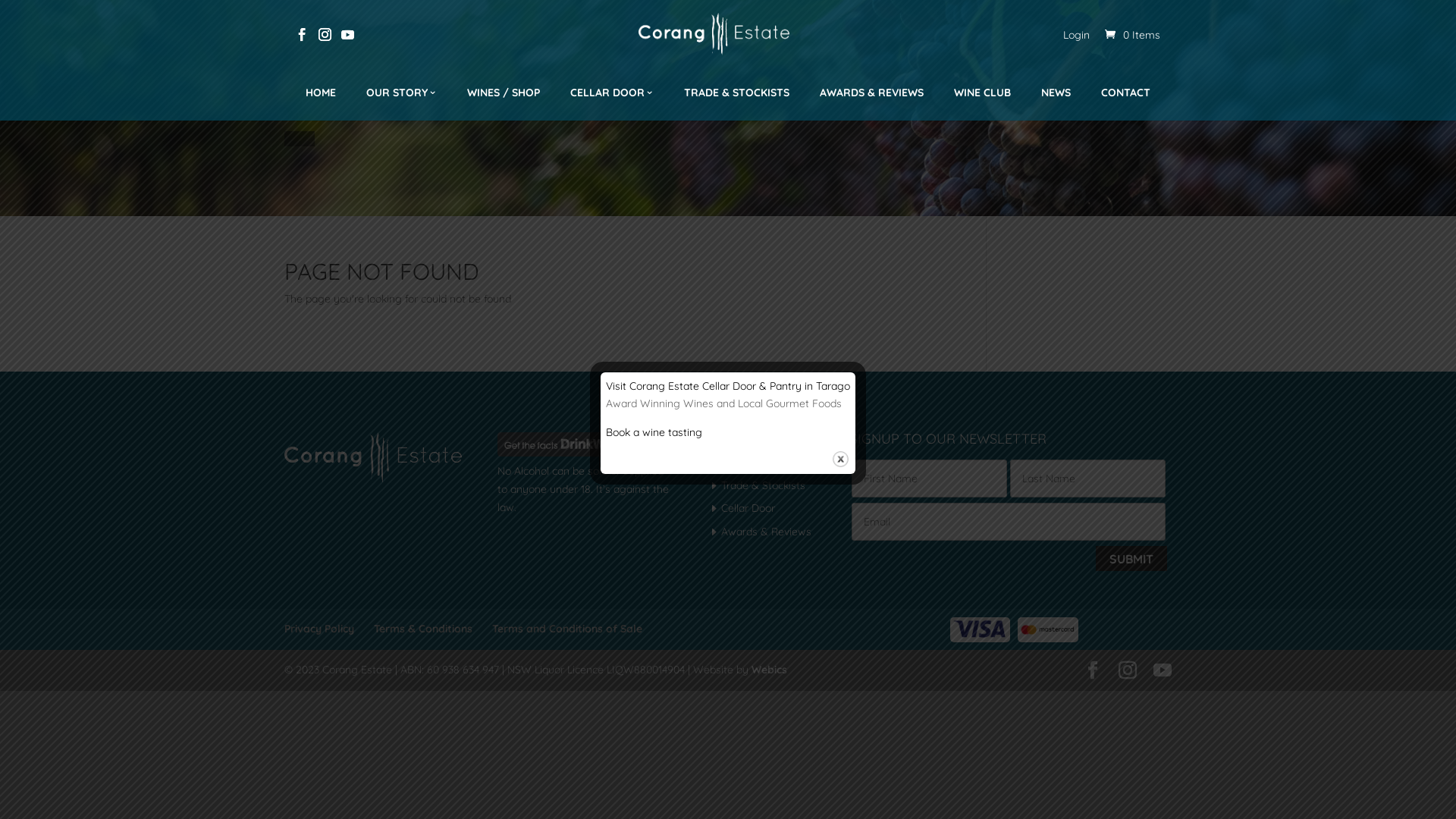 The image size is (1456, 819). I want to click on 'NEWS', so click(1055, 93).